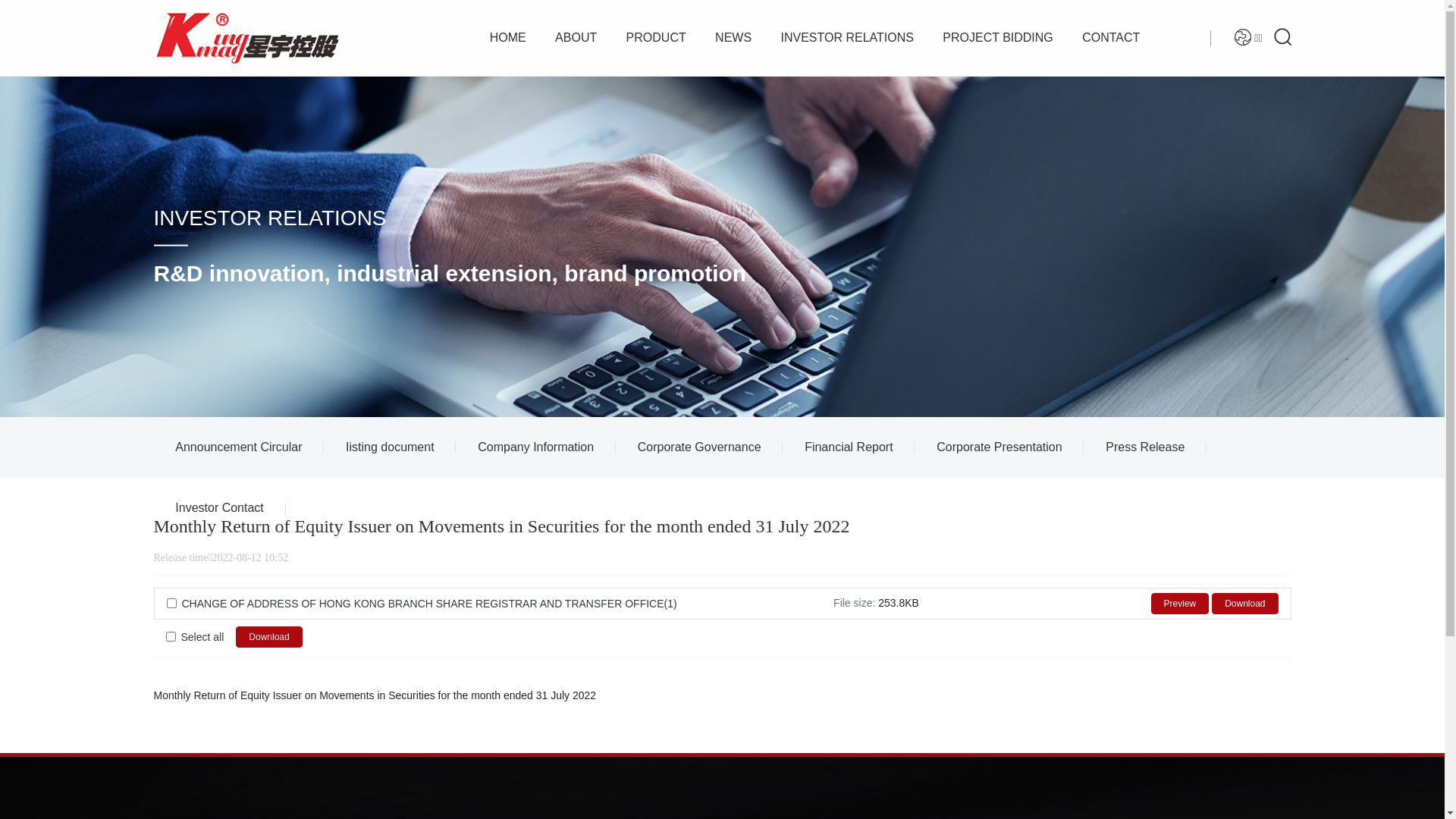 The image size is (1456, 819). Describe the element at coordinates (1110, 37) in the screenshot. I see `'CONTACT'` at that location.